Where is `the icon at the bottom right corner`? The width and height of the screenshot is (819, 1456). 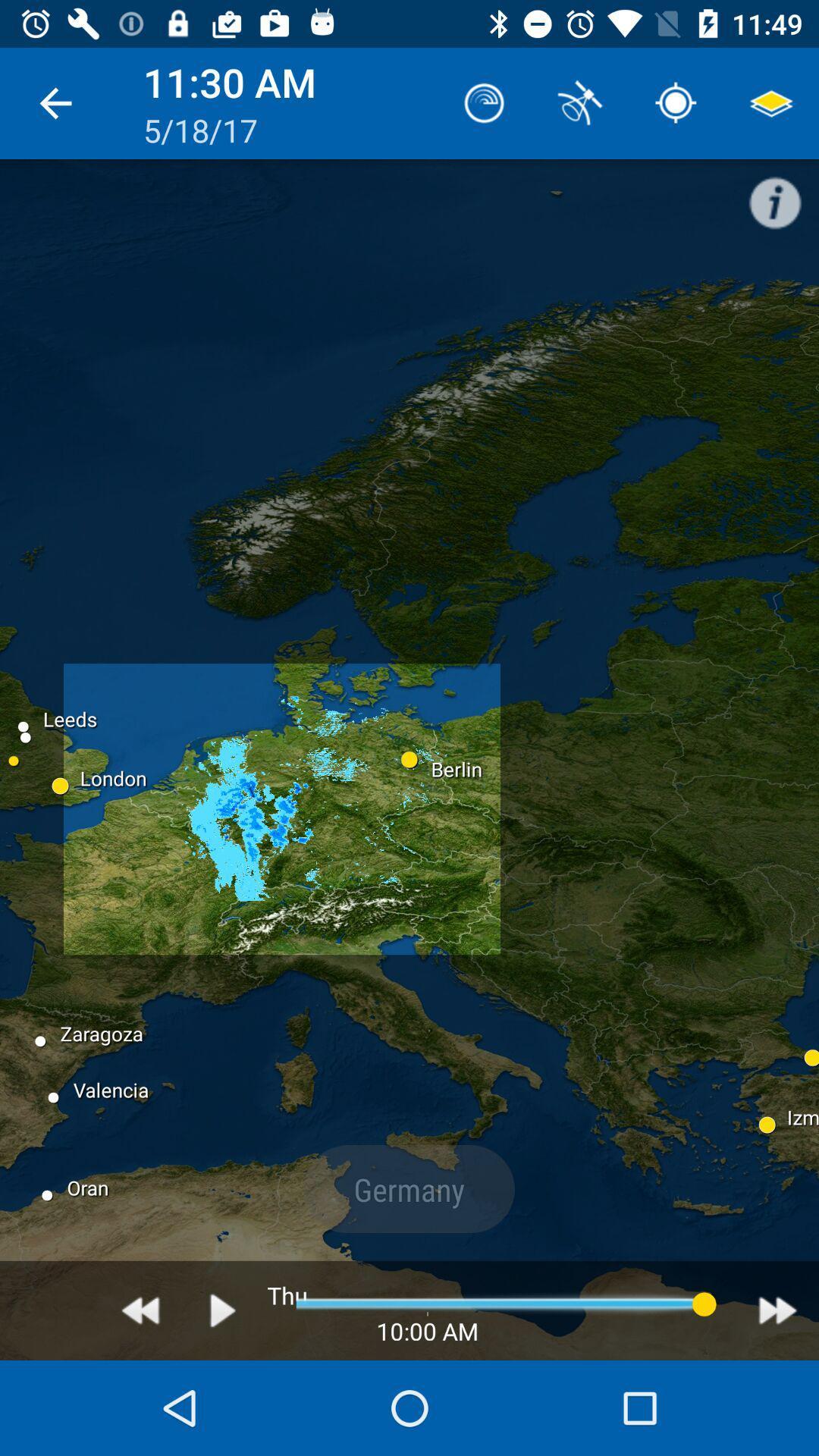
the icon at the bottom right corner is located at coordinates (777, 1310).